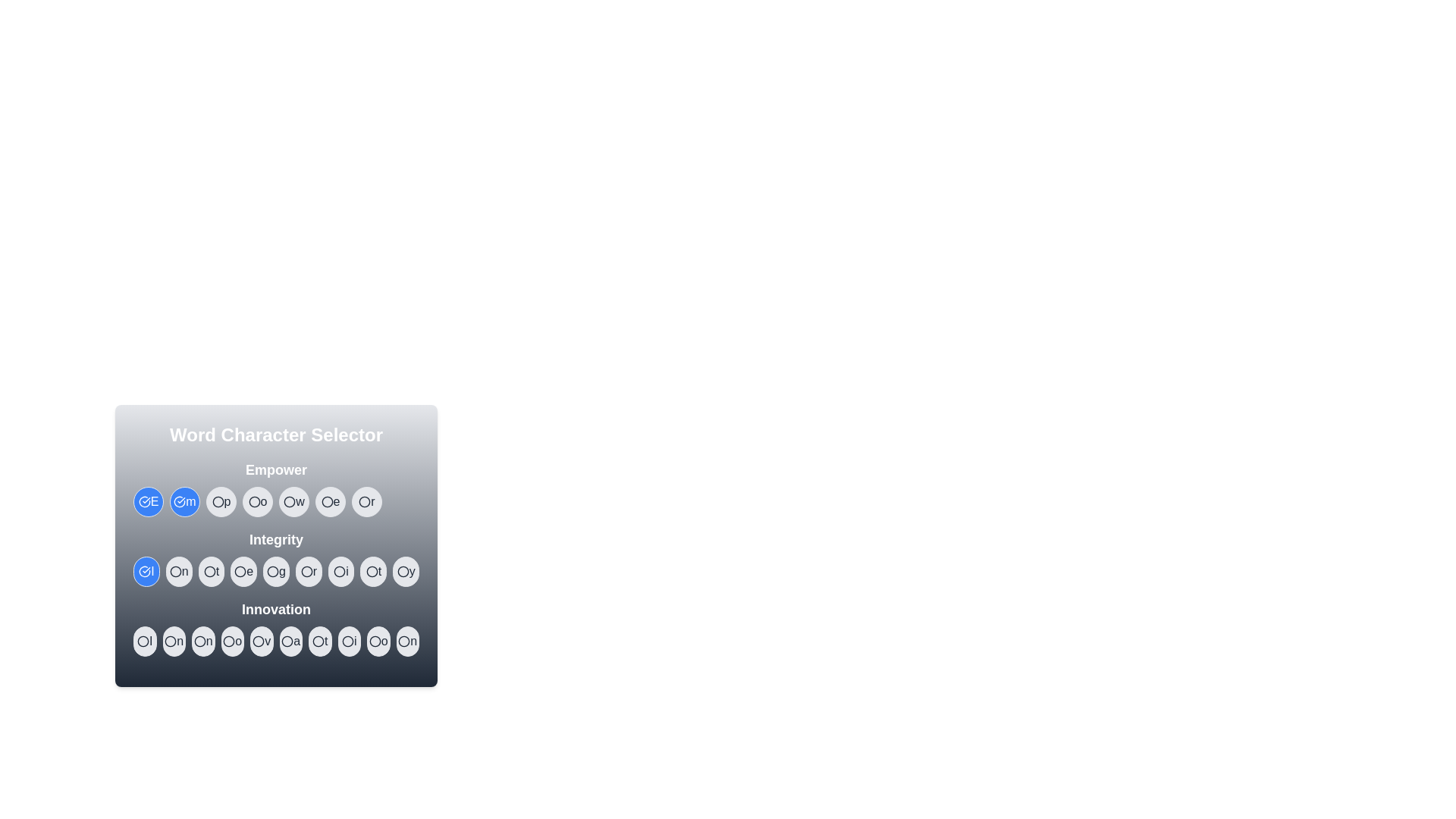 This screenshot has width=1456, height=819. Describe the element at coordinates (145, 641) in the screenshot. I see `the character I in the word Innovation` at that location.